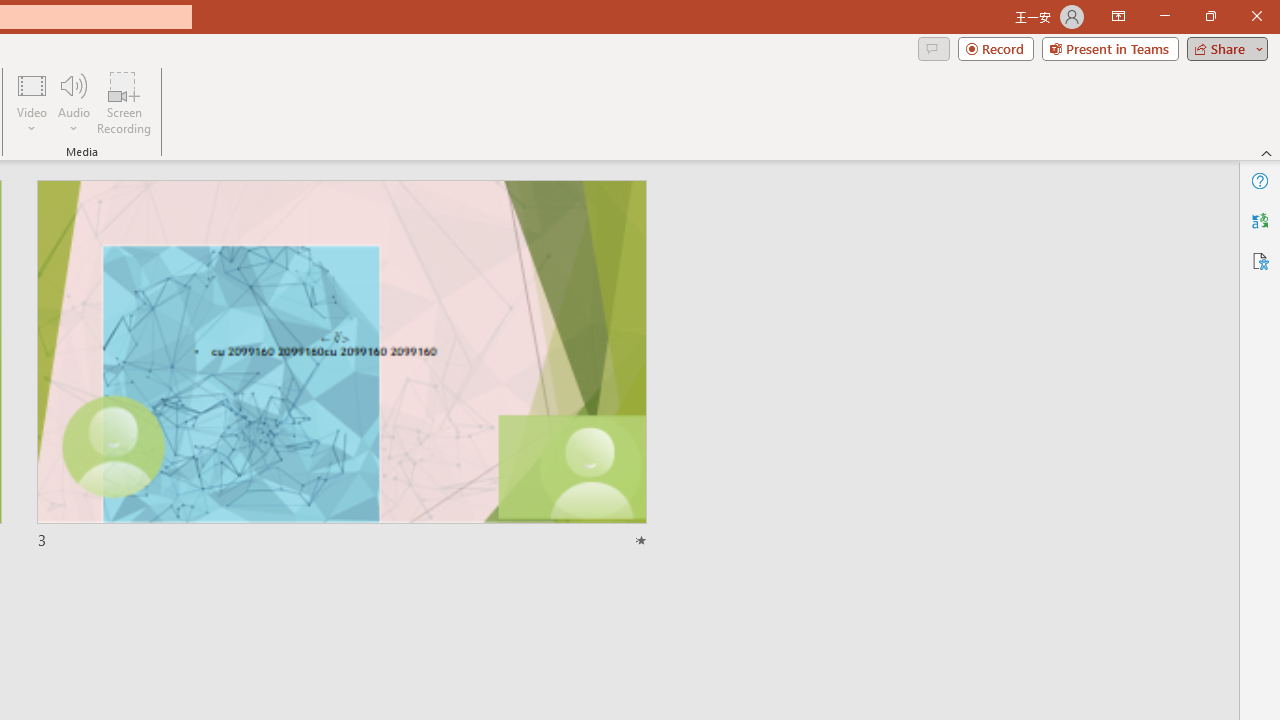 This screenshot has height=720, width=1280. What do you see at coordinates (1164, 16) in the screenshot?
I see `'Minimize'` at bounding box center [1164, 16].